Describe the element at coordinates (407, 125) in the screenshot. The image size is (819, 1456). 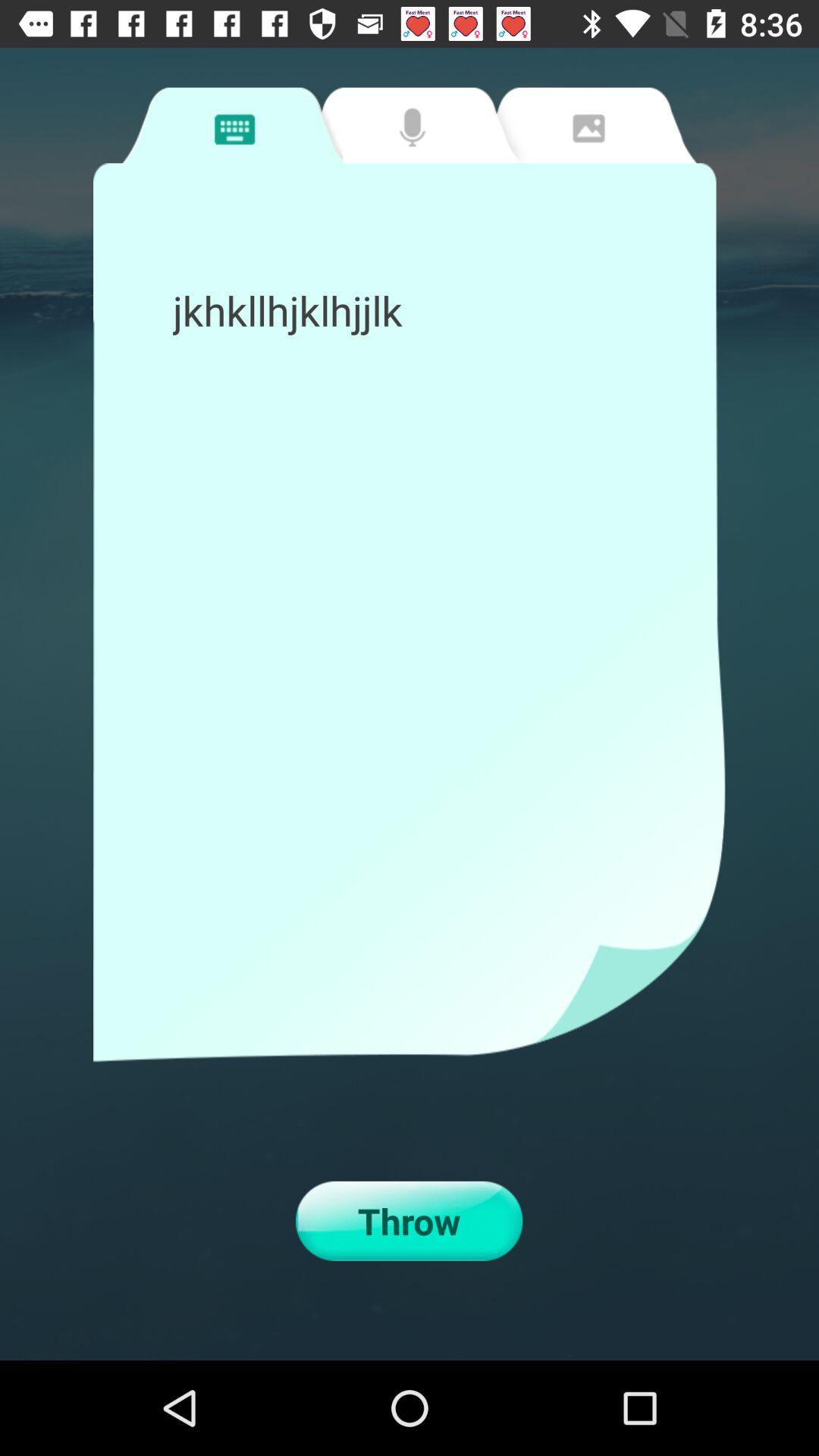
I see `recording tab` at that location.